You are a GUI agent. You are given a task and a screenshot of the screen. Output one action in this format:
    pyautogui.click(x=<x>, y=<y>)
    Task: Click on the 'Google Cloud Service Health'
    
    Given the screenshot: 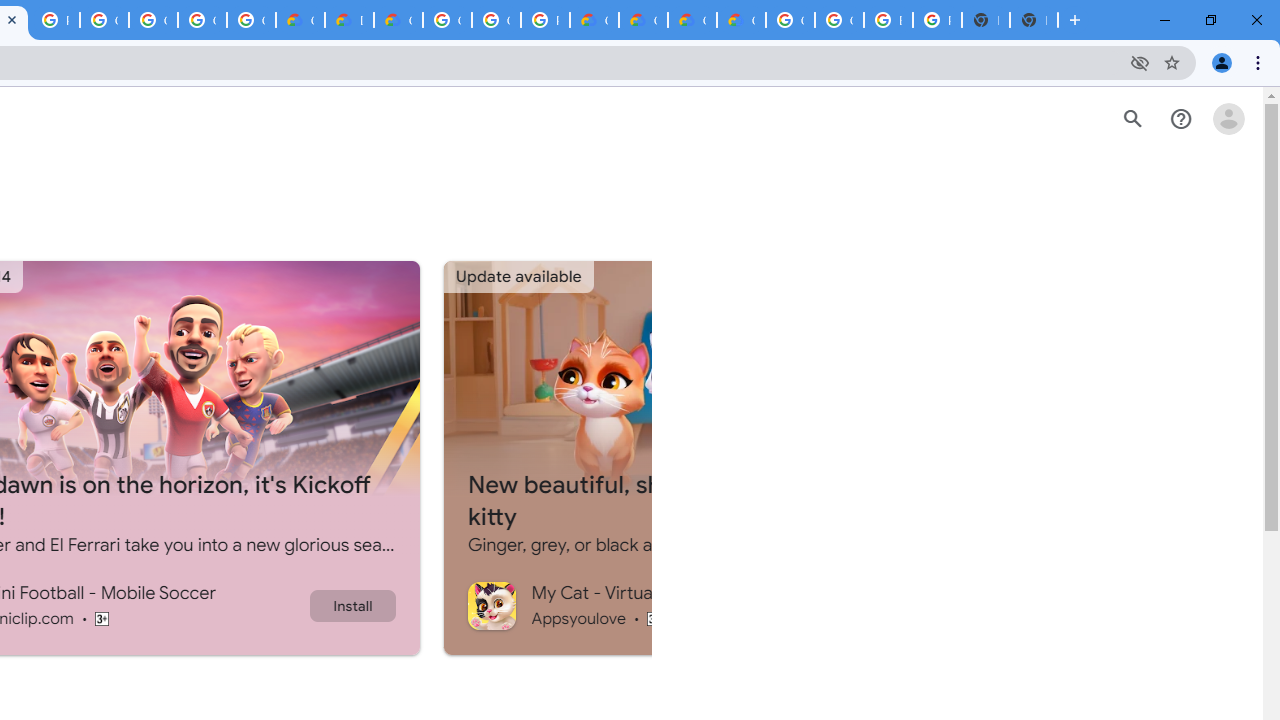 What is the action you would take?
    pyautogui.click(x=740, y=20)
    